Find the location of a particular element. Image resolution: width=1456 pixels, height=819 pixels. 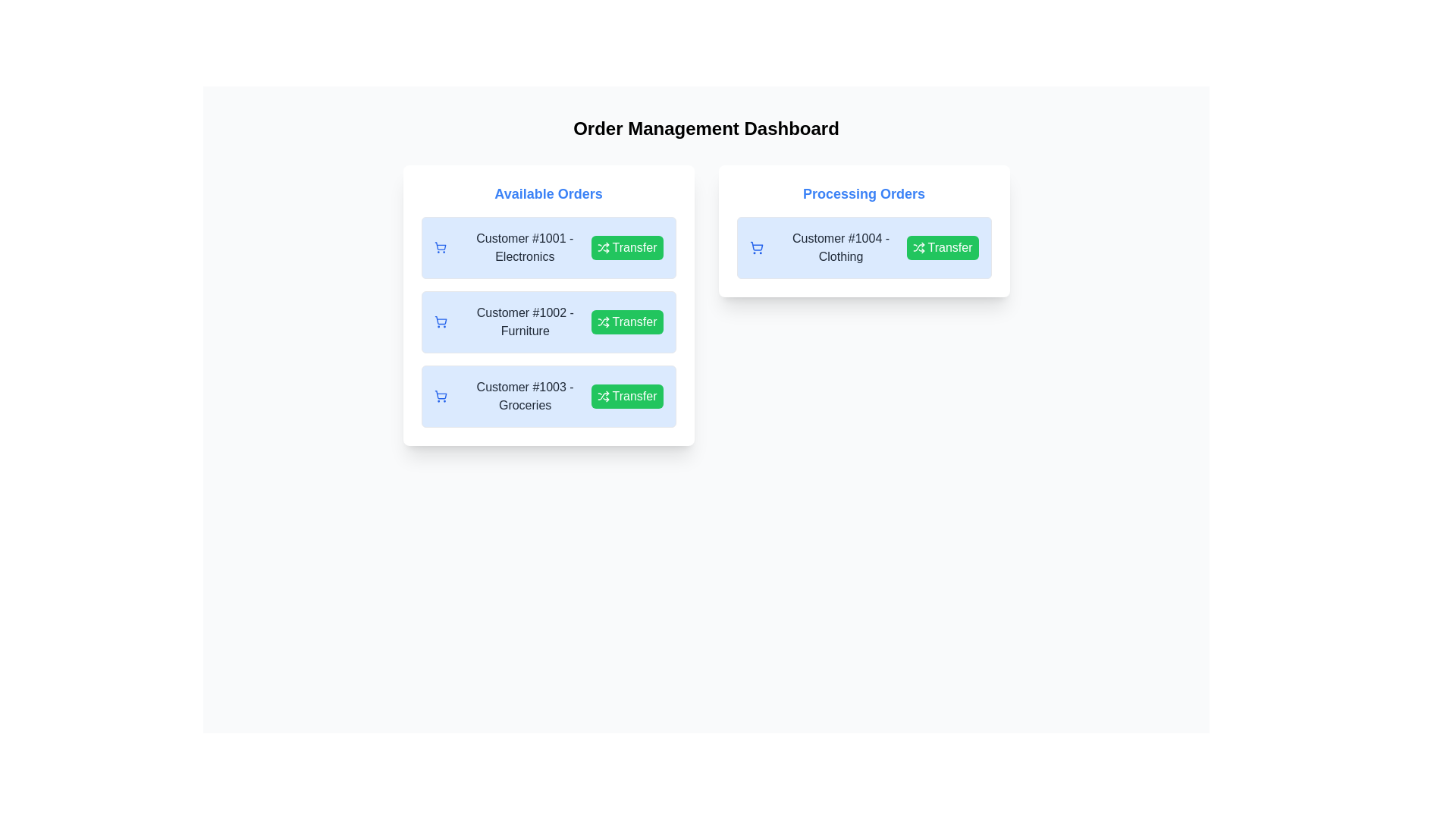

the decorative icon within the green 'Transfer' button for the 'Customer #1003 - Groceries' order in the list of 'Available Orders' is located at coordinates (602, 396).